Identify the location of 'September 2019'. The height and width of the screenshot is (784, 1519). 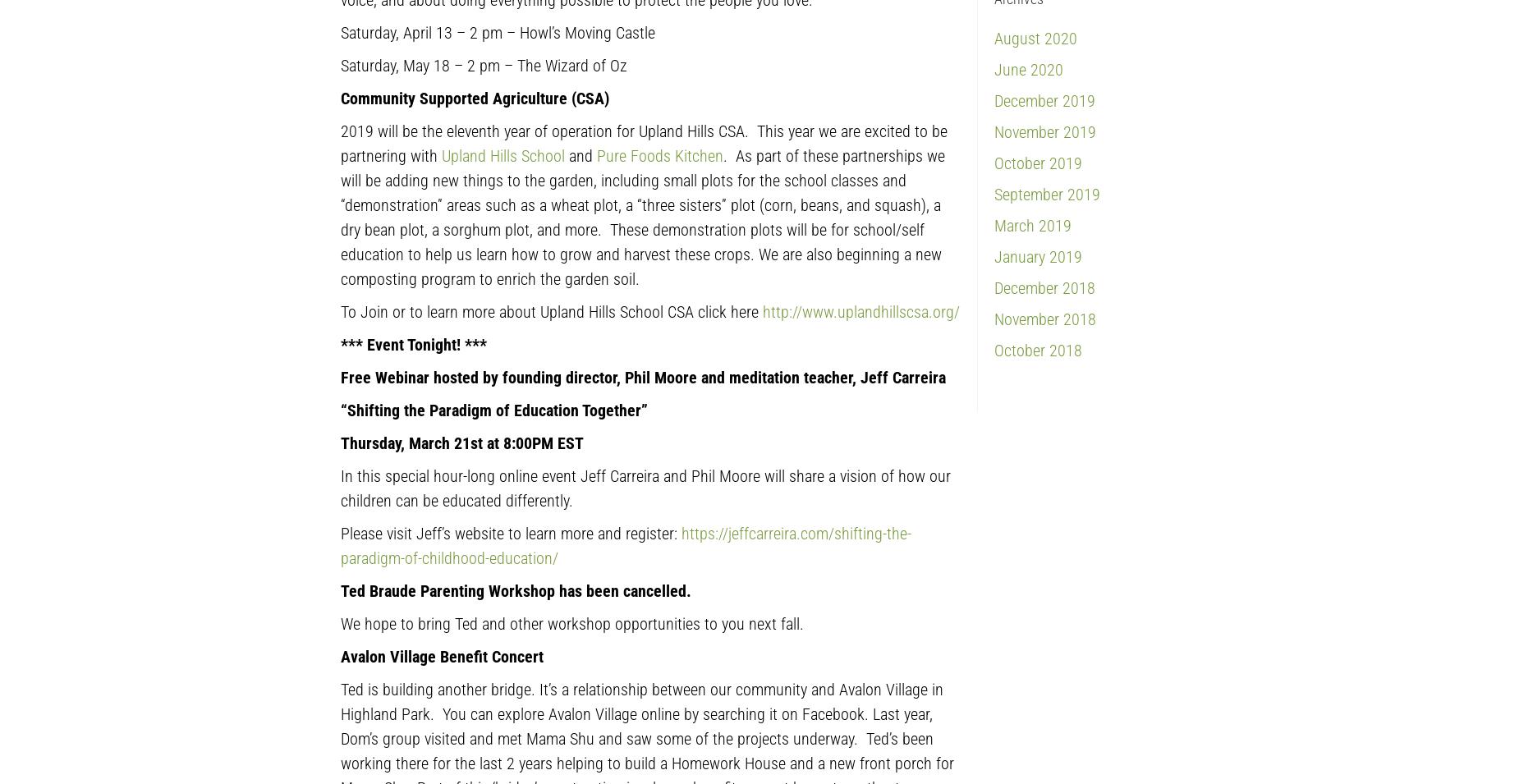
(1046, 193).